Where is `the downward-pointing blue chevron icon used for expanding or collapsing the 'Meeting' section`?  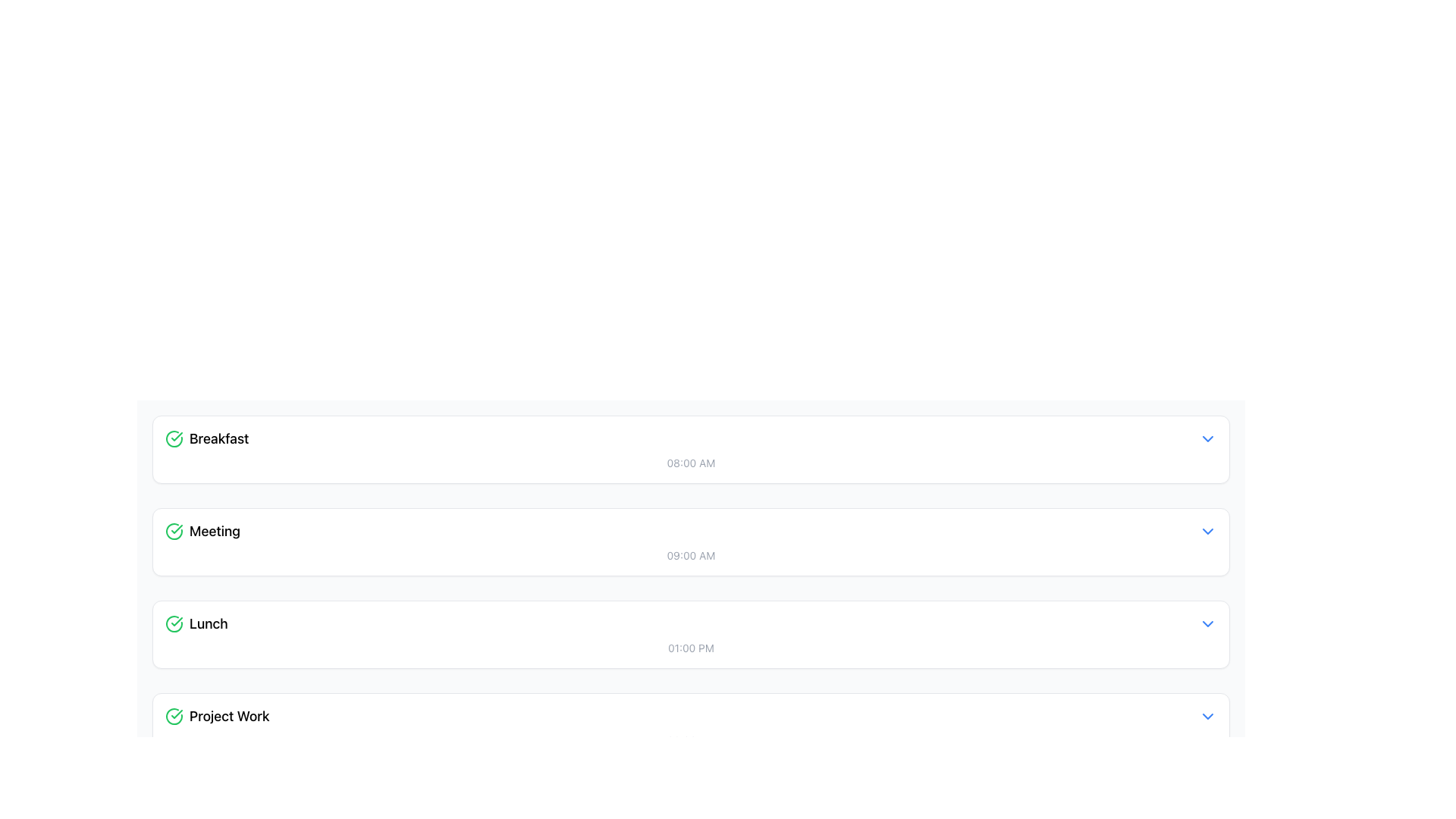 the downward-pointing blue chevron icon used for expanding or collapsing the 'Meeting' section is located at coordinates (1207, 531).